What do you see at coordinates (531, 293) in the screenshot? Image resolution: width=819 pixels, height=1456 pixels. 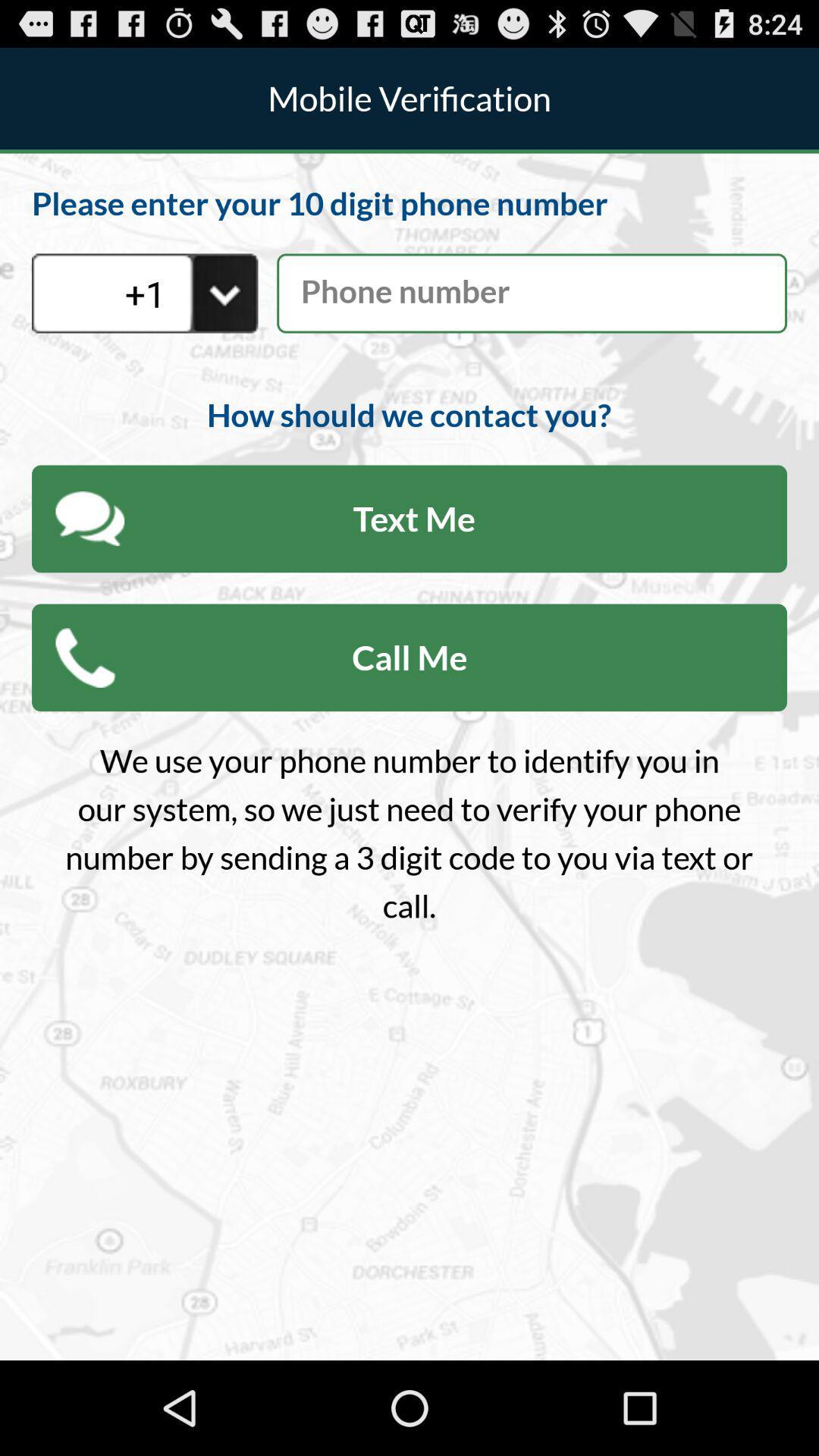 I see `mobile number details` at bounding box center [531, 293].